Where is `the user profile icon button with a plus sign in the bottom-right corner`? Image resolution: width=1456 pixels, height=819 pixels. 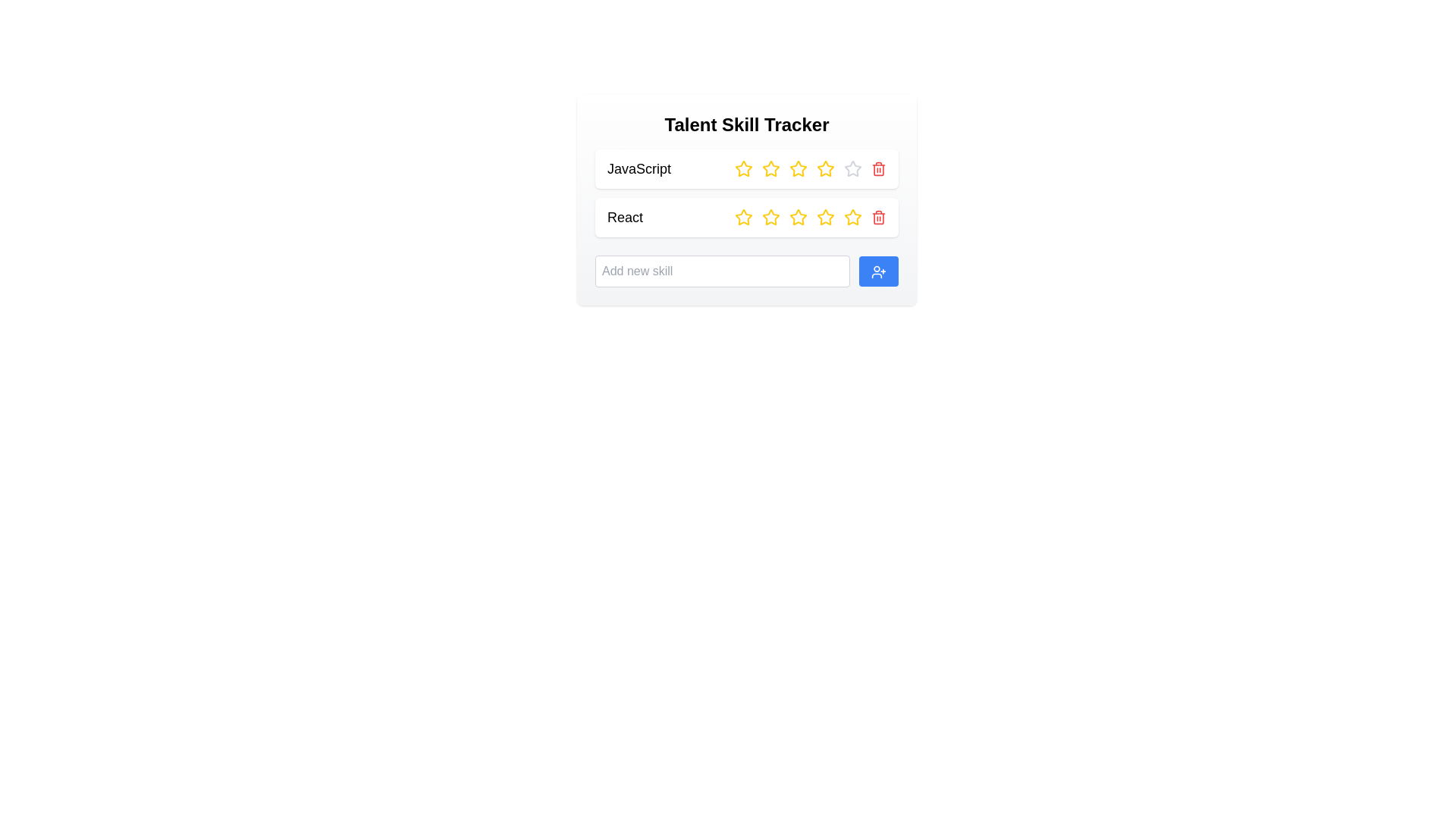
the user profile icon button with a plus sign in the bottom-right corner is located at coordinates (878, 271).